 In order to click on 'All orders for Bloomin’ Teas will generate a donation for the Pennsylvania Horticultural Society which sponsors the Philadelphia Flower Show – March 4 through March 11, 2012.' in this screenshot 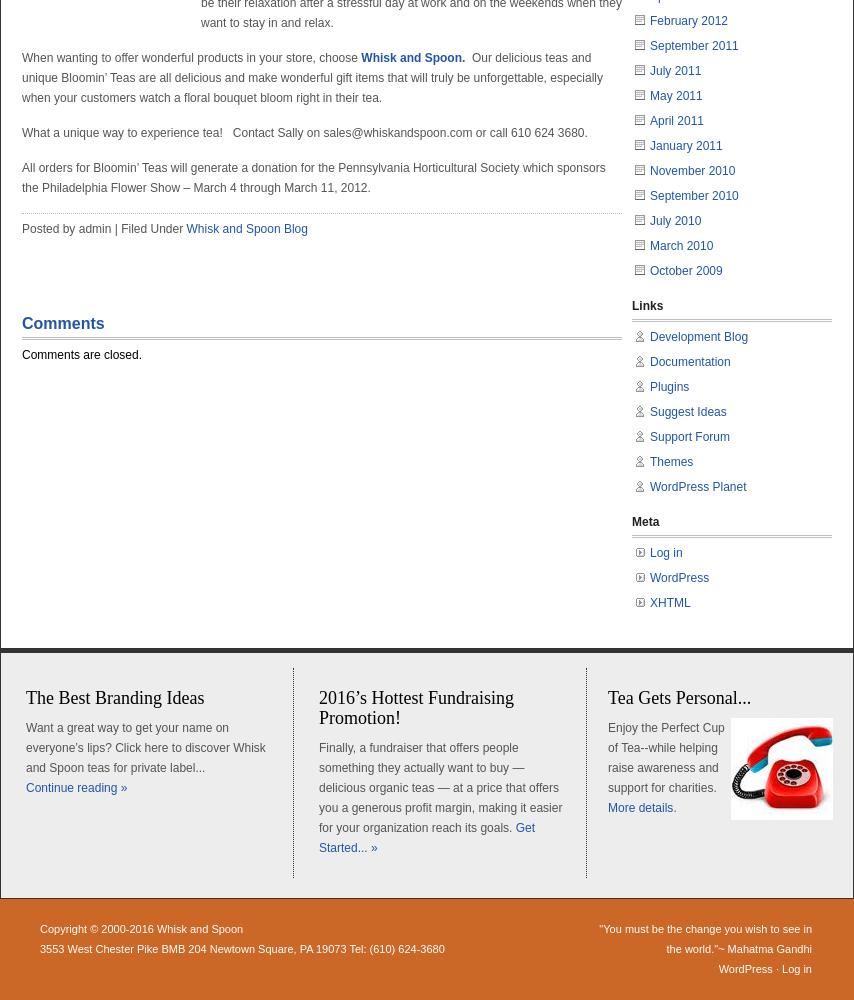, I will do `click(312, 178)`.